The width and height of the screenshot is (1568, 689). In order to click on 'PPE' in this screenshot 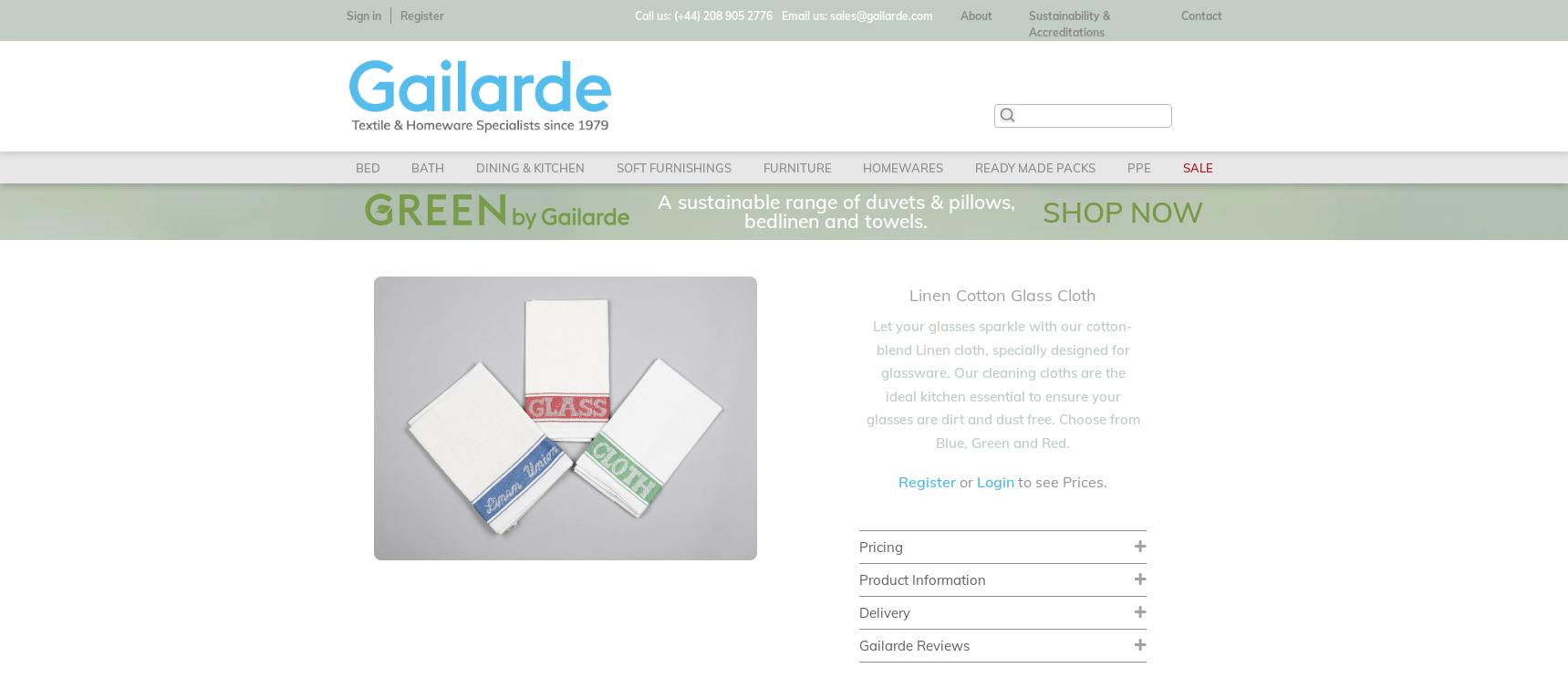, I will do `click(1126, 167)`.